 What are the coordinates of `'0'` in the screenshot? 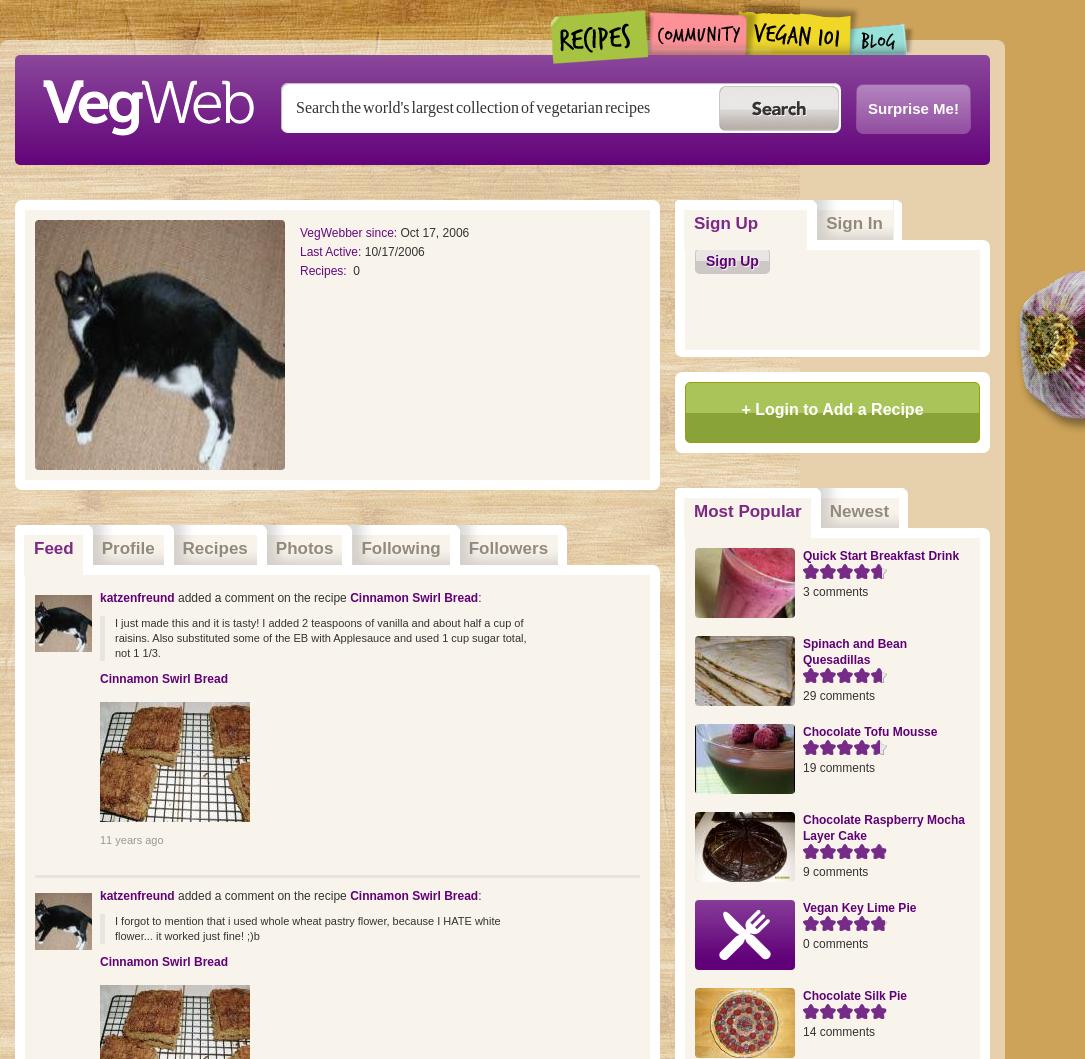 It's located at (356, 270).